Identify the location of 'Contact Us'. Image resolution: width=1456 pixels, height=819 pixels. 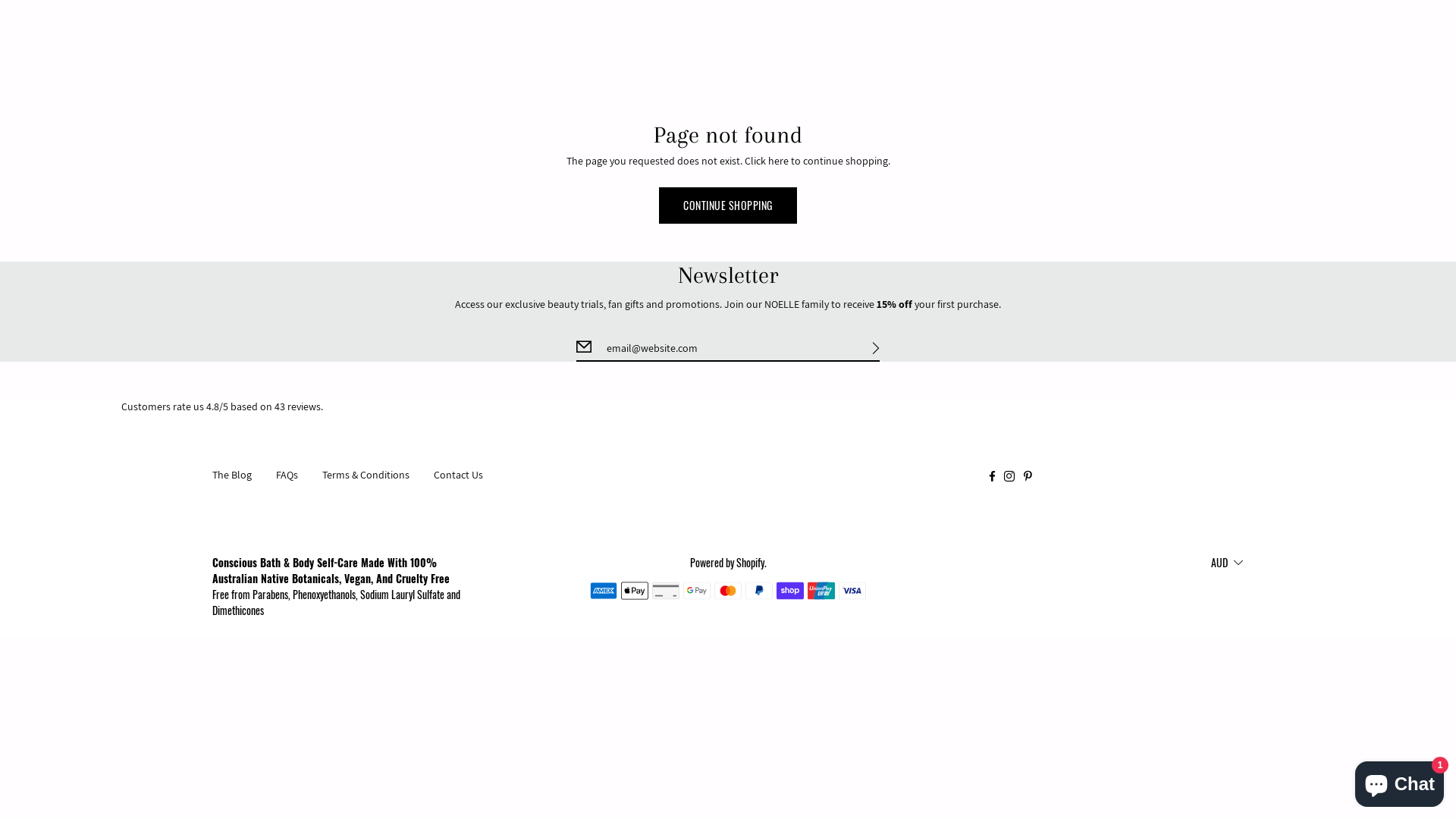
(432, 473).